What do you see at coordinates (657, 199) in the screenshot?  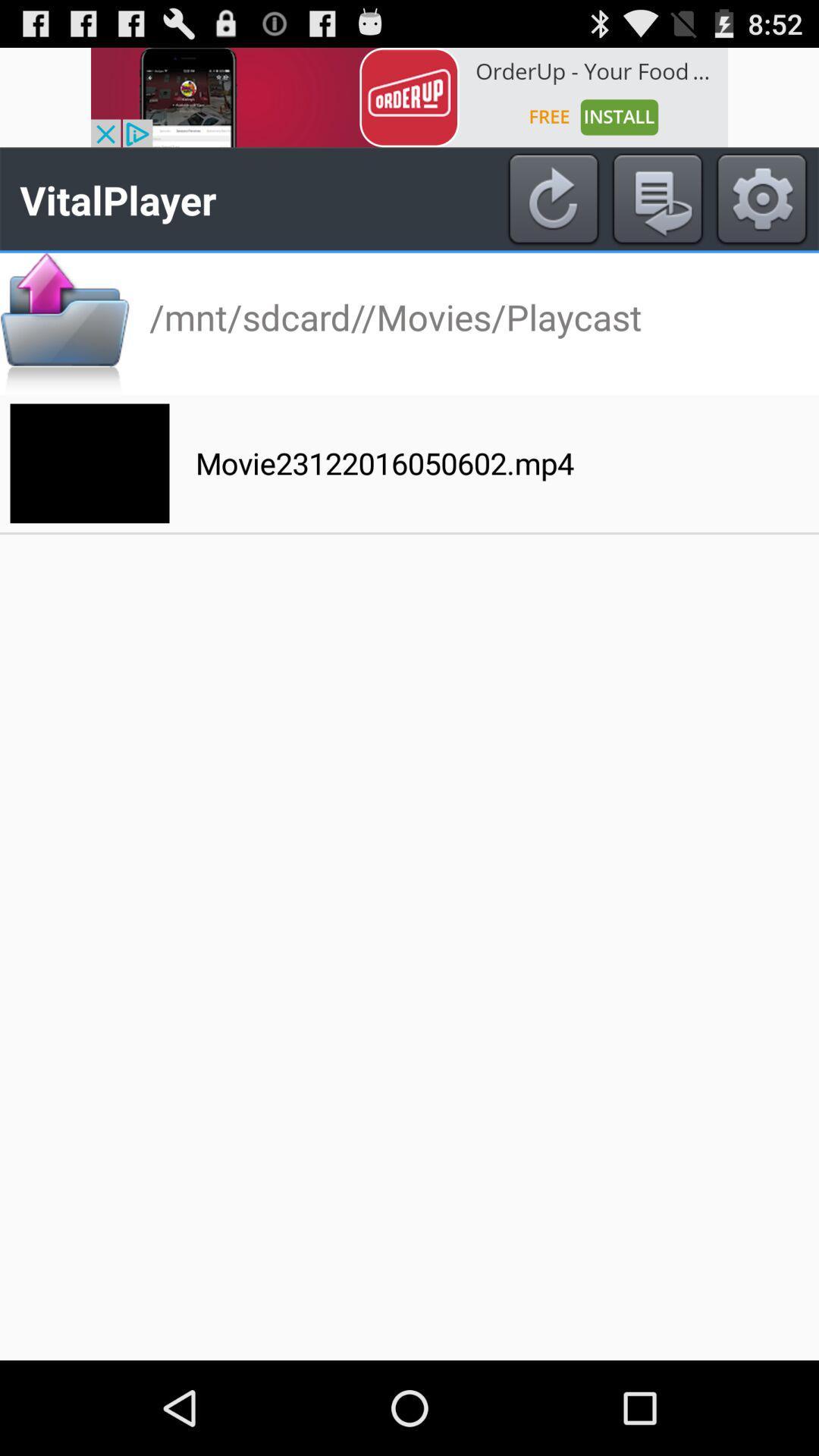 I see `saved` at bounding box center [657, 199].